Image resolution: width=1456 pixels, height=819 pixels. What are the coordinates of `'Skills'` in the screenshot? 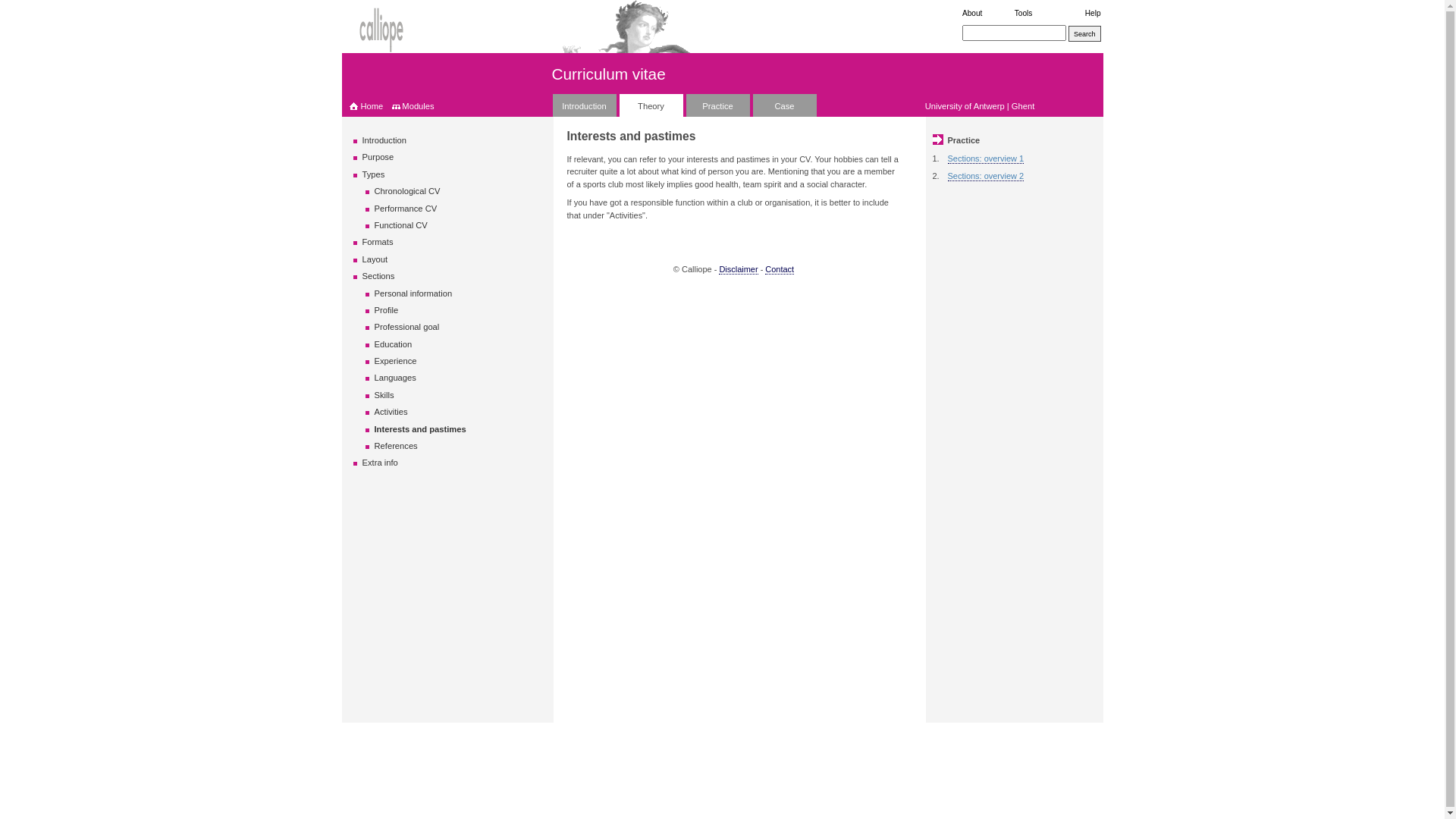 It's located at (384, 394).